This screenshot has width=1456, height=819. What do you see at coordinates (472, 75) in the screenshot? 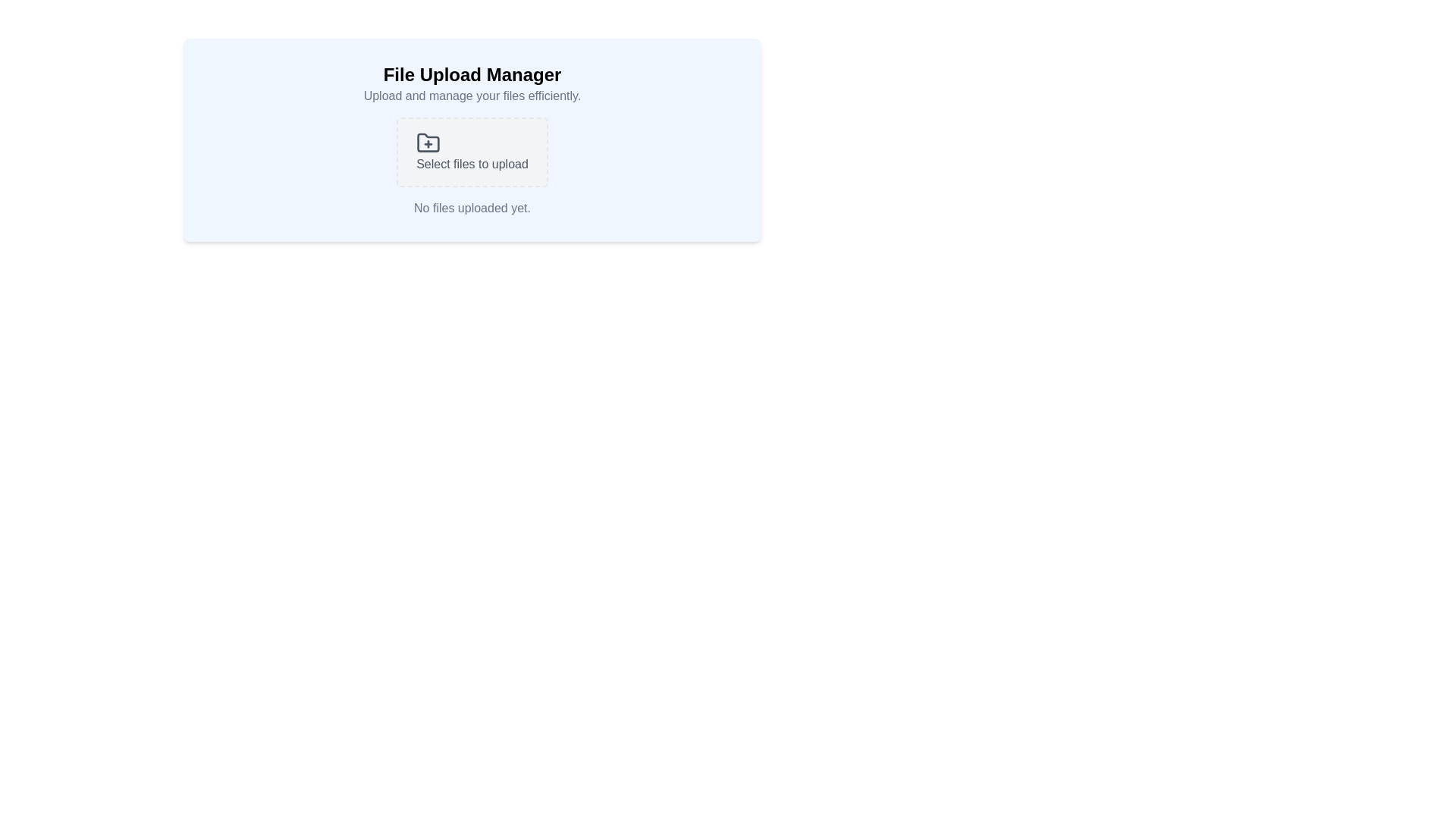
I see `the main title text for the file upload manager interface, which provides context about the feature of the page` at bounding box center [472, 75].